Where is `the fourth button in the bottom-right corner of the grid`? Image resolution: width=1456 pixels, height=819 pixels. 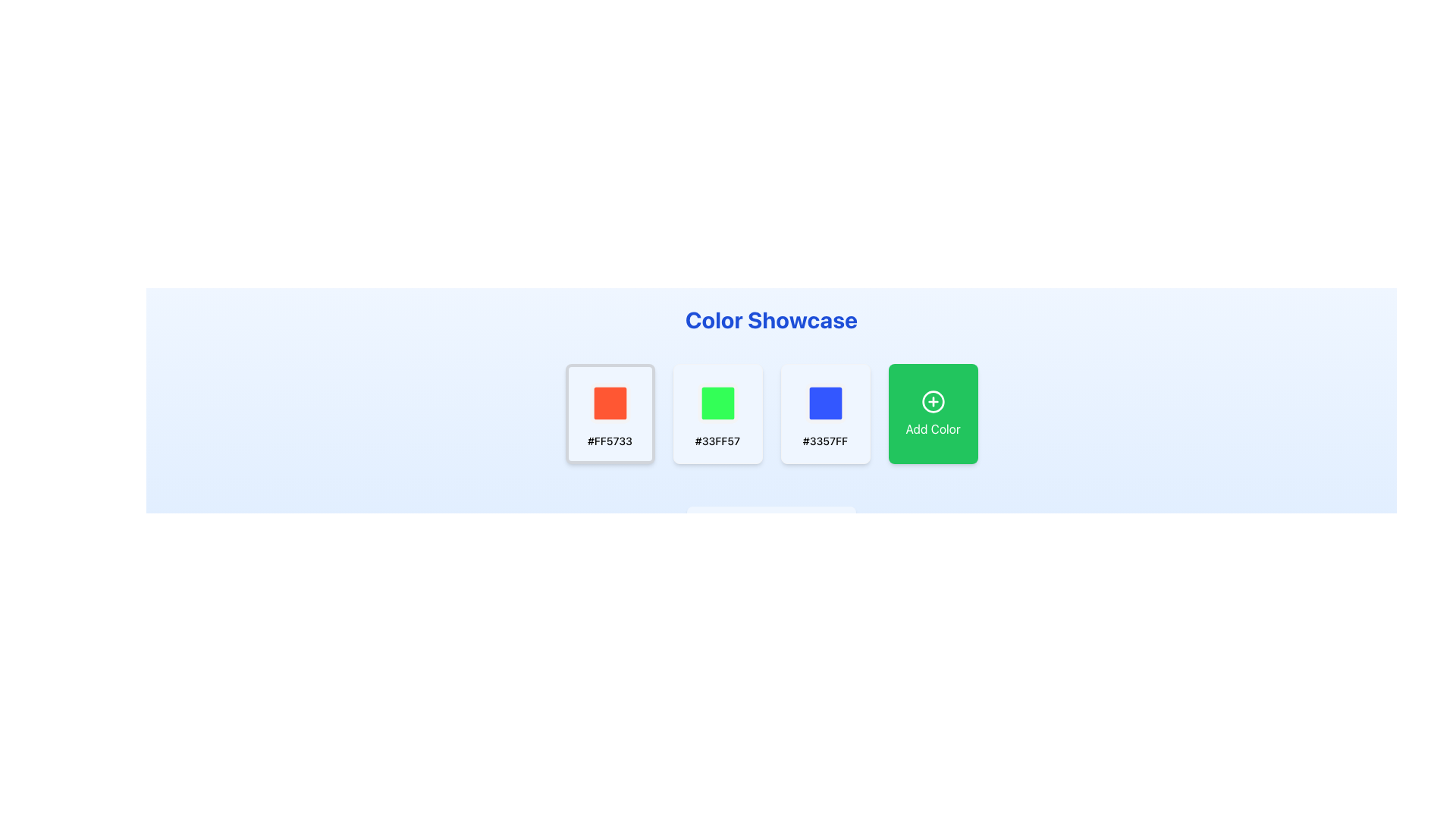
the fourth button in the bottom-right corner of the grid is located at coordinates (932, 414).